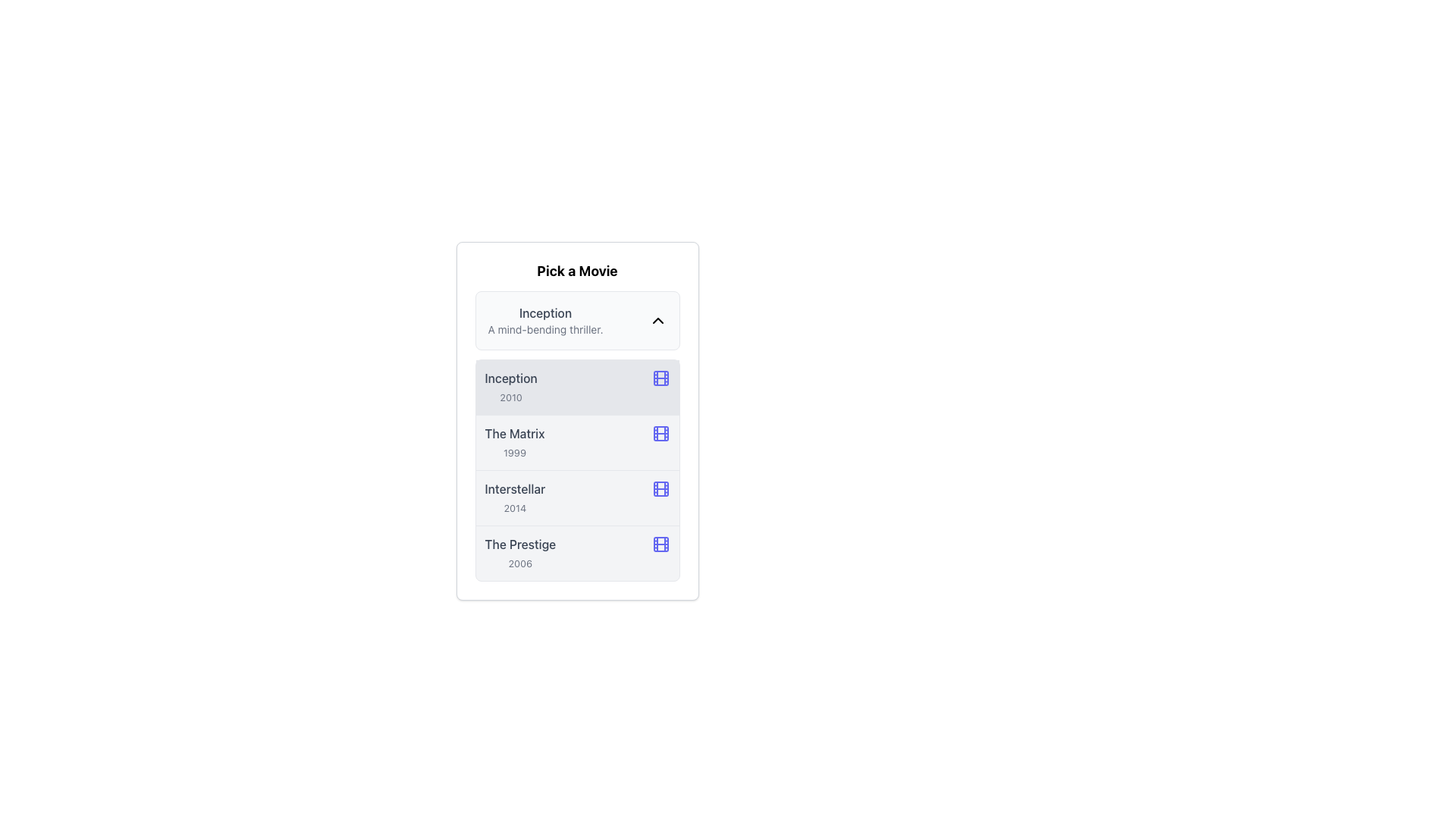 Image resolution: width=1456 pixels, height=819 pixels. I want to click on the label representing the movie 'Inception' (2010), so click(511, 386).